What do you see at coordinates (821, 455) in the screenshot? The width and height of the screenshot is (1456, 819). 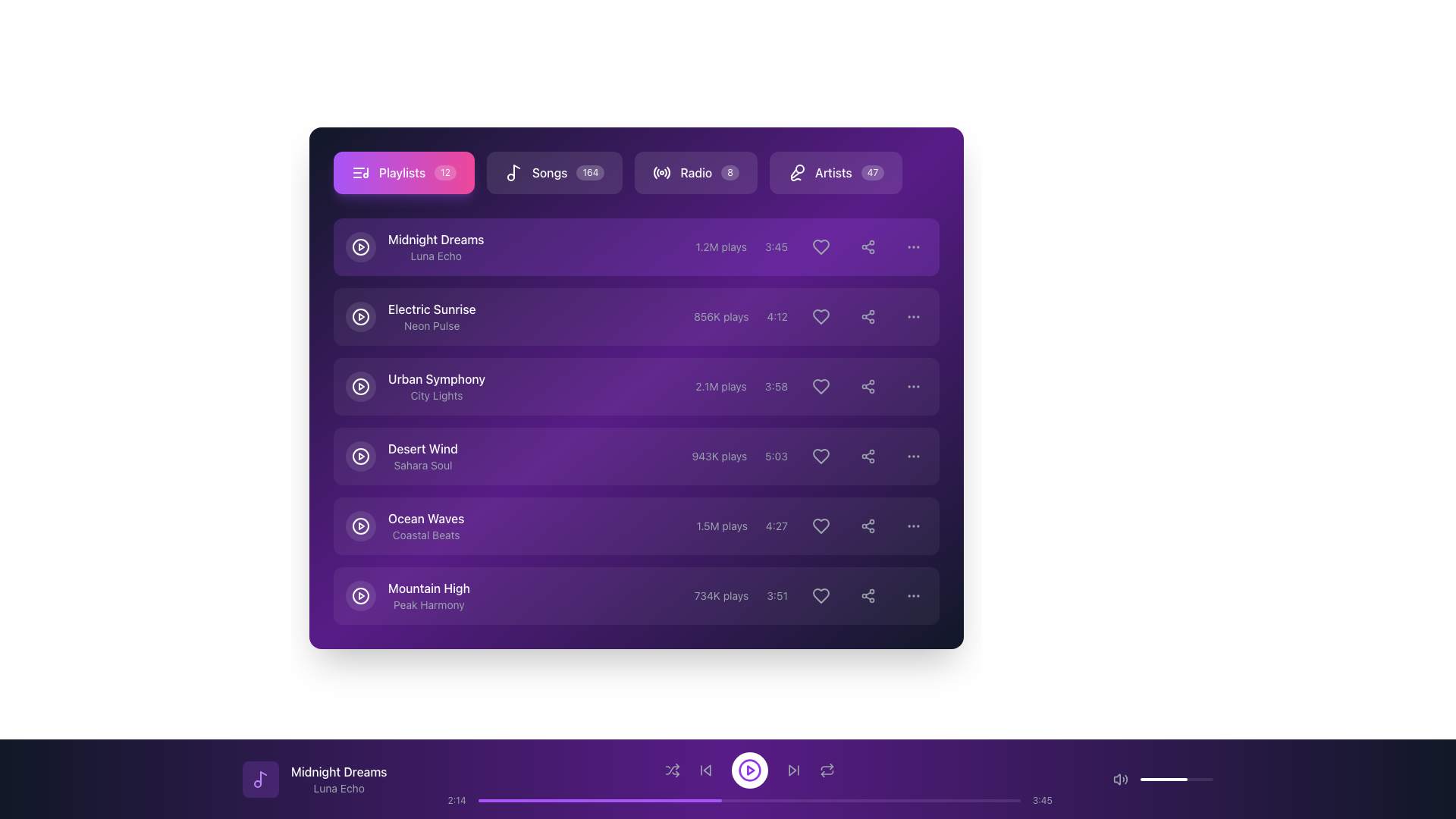 I see `the heart-shaped favorite button icon located in the 'Desert Wind' track row, which is styled in gray and has a hover effect that changes the background to semi-transparent white` at bounding box center [821, 455].